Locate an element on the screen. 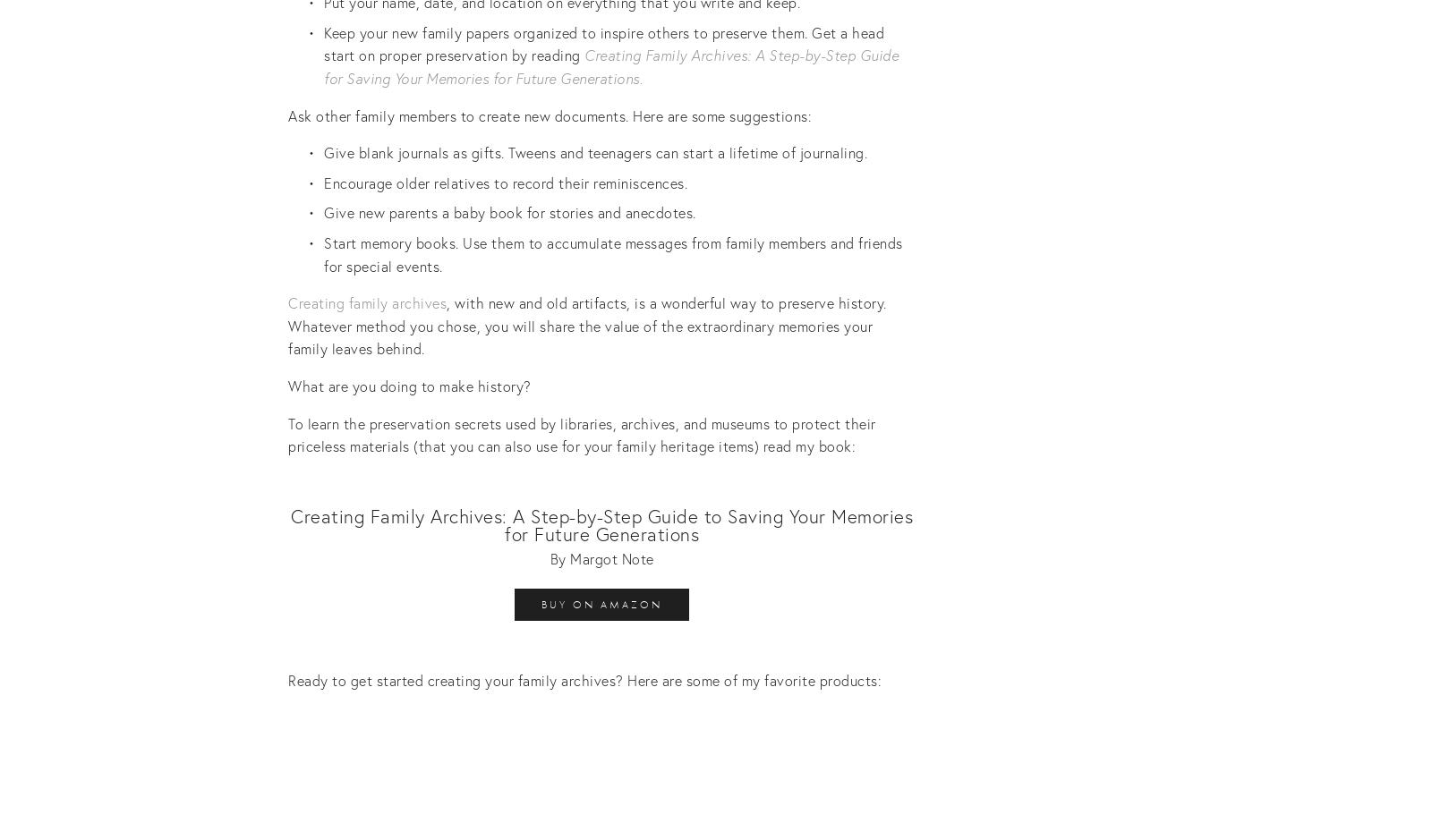  'Creating Family Archives: A Step-by-Step Guide to Saving Your Memories for Future Generations' is located at coordinates (601, 524).